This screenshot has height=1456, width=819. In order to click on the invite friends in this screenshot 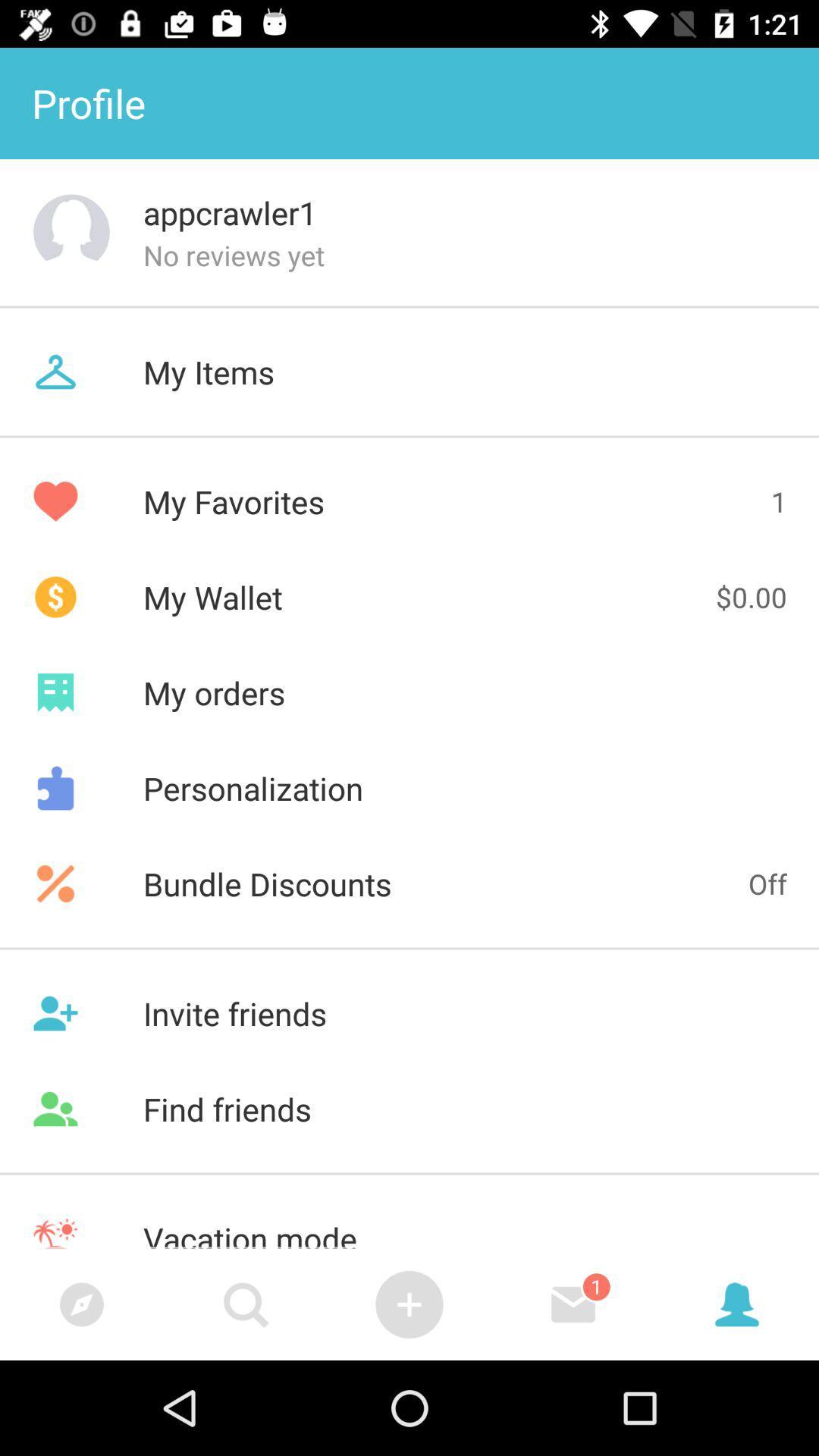, I will do `click(409, 1013)`.